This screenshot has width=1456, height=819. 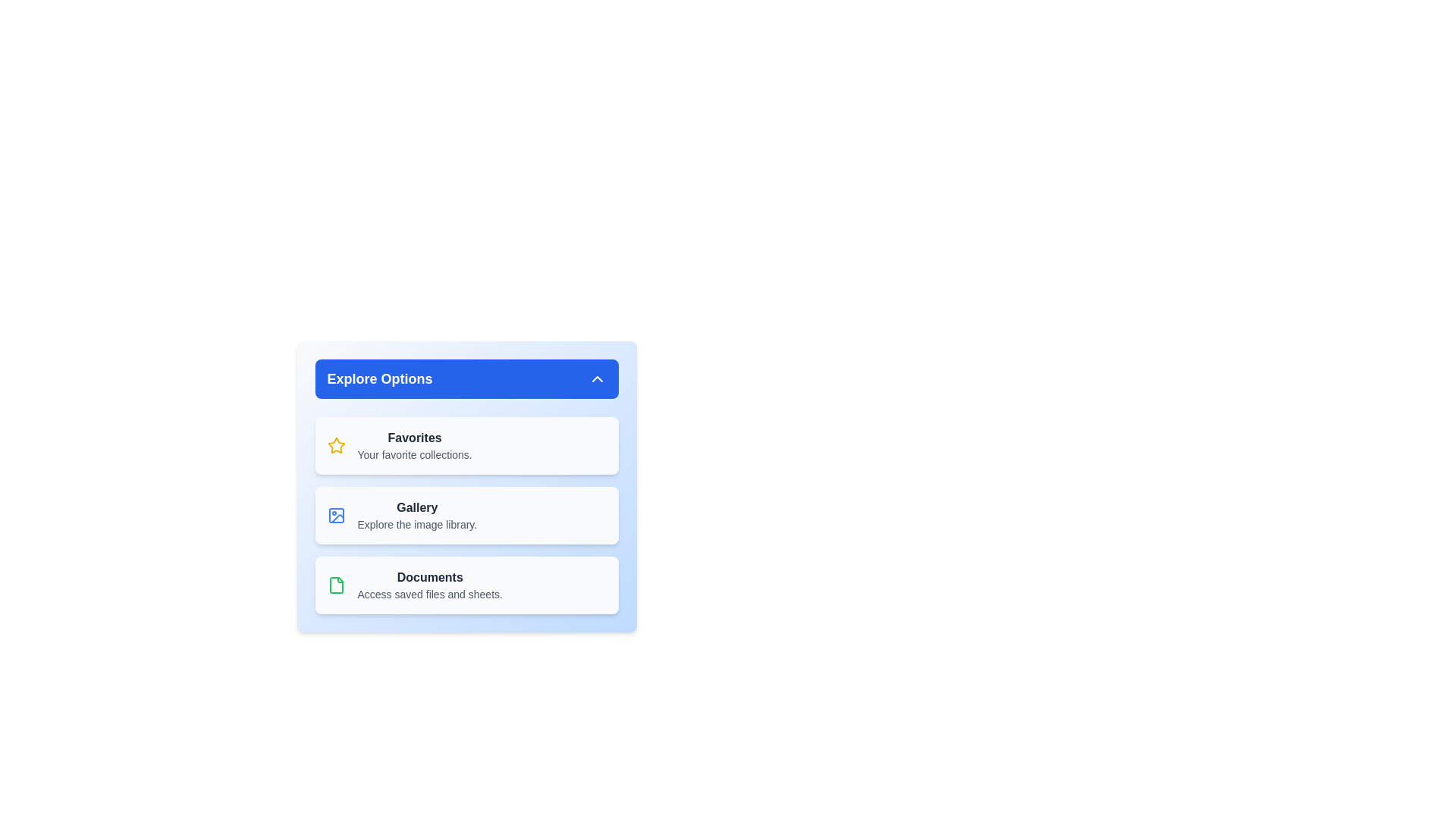 I want to click on the 'Favorites' text label which displays the text 'Favorites' in bold and 'Your favorite collections.' in a smaller font, located in the middle section of the second card under the 'Explore Options' heading, so click(x=415, y=444).